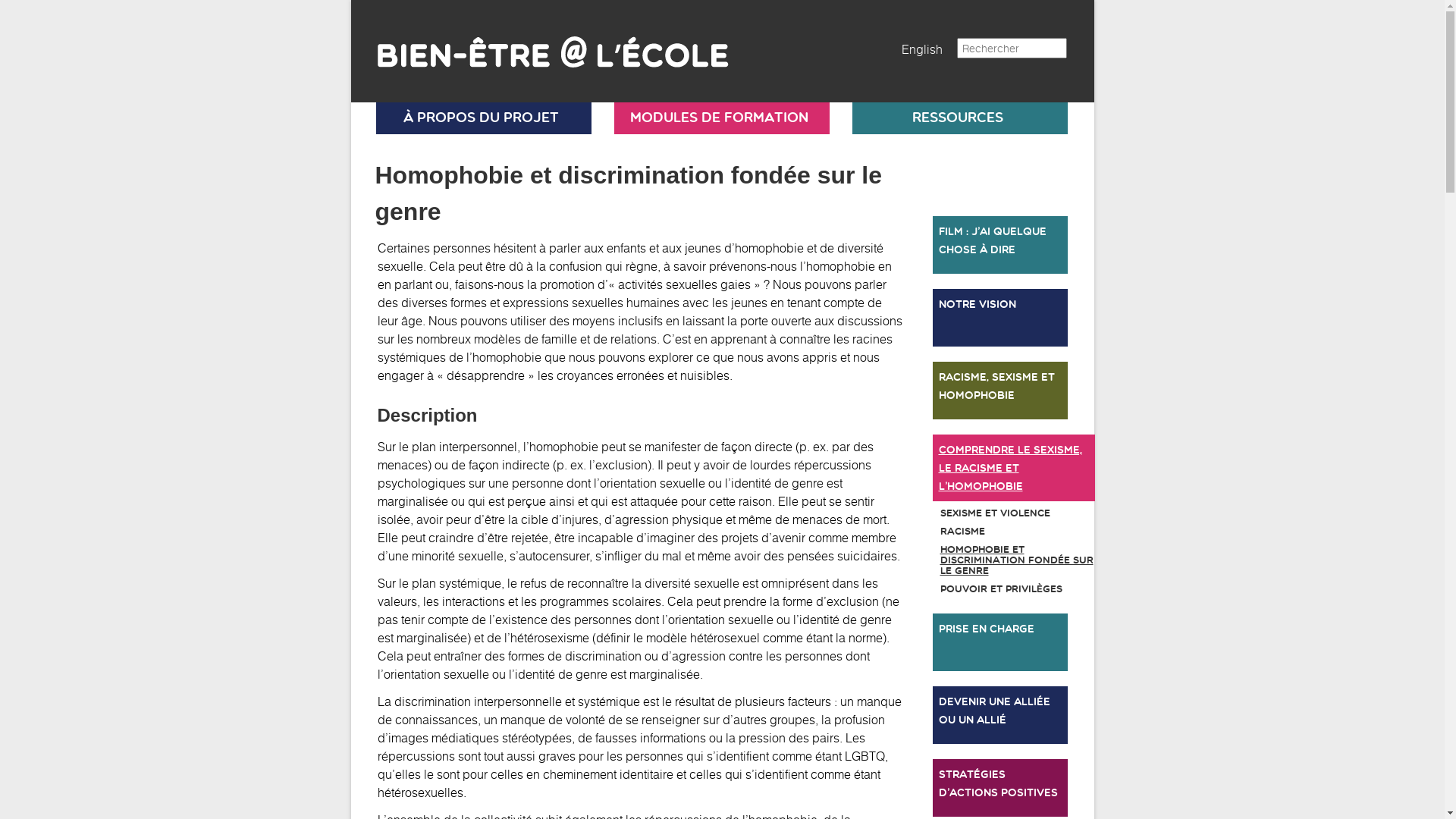 This screenshot has width=1456, height=819. I want to click on 'Racisme', so click(1000, 531).